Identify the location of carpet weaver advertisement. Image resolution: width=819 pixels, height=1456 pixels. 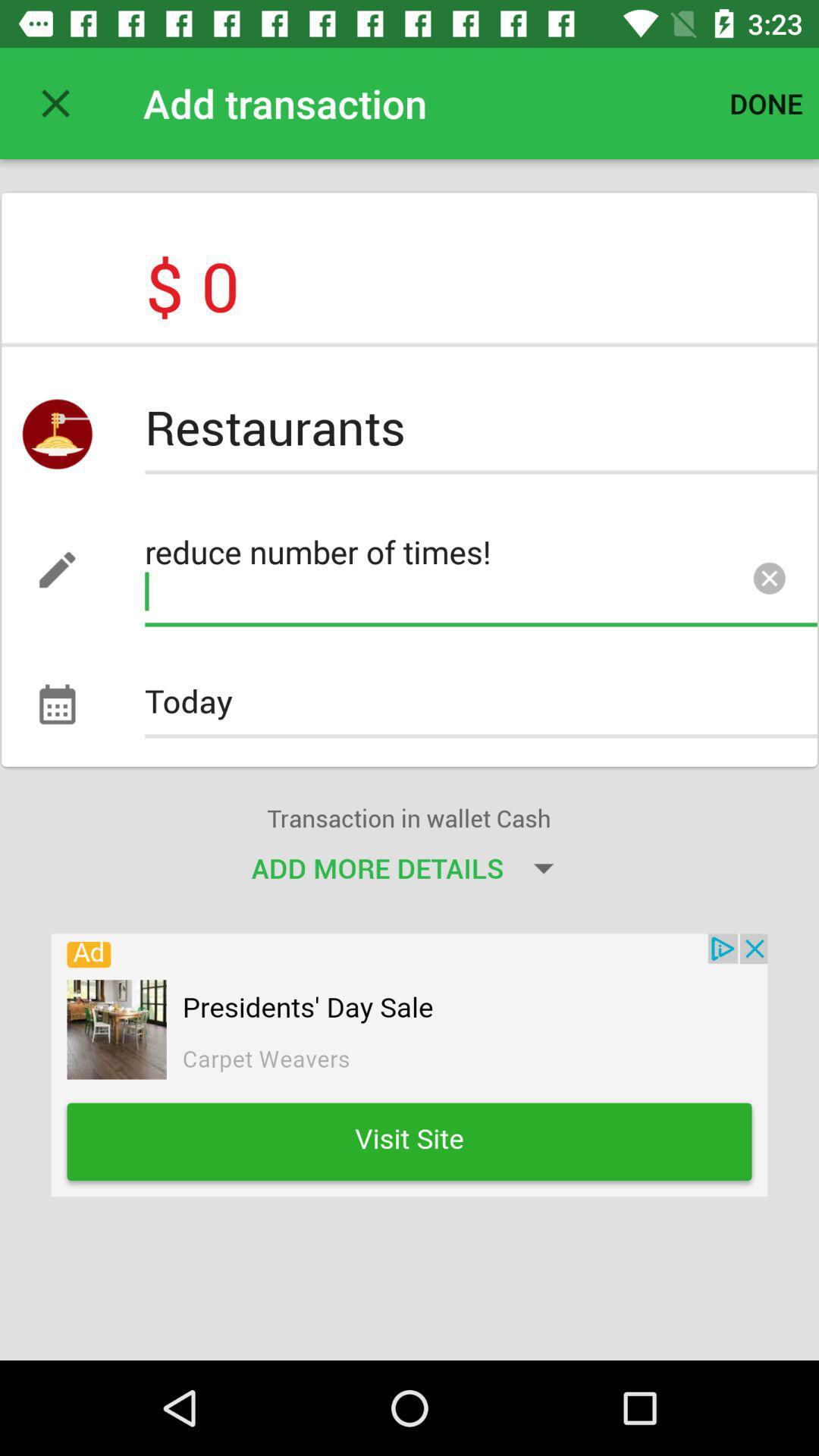
(409, 1064).